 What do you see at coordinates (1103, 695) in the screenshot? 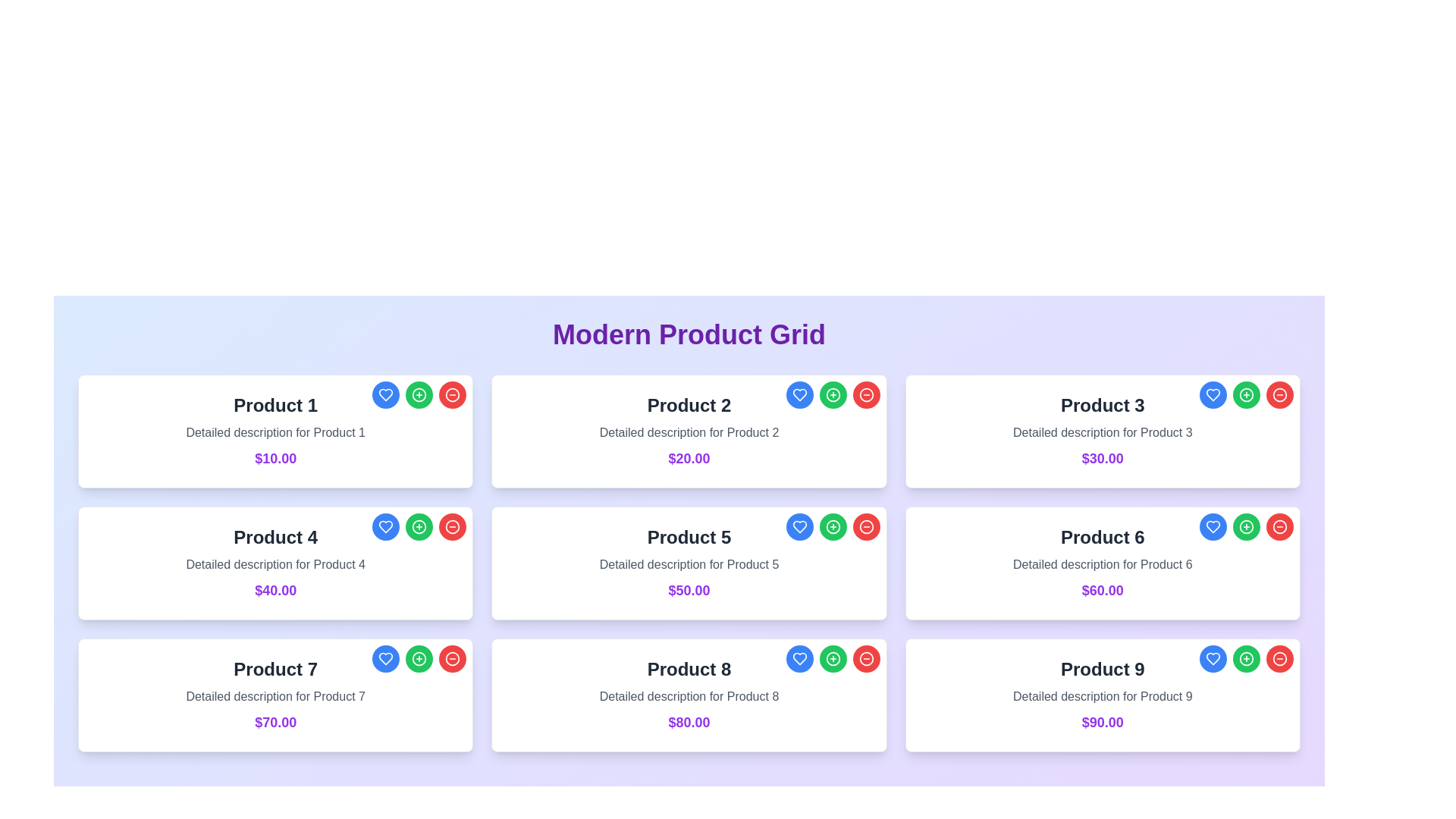
I see `the product information card featuring 'Product 9' located at the bottom-right corner of the grid` at bounding box center [1103, 695].